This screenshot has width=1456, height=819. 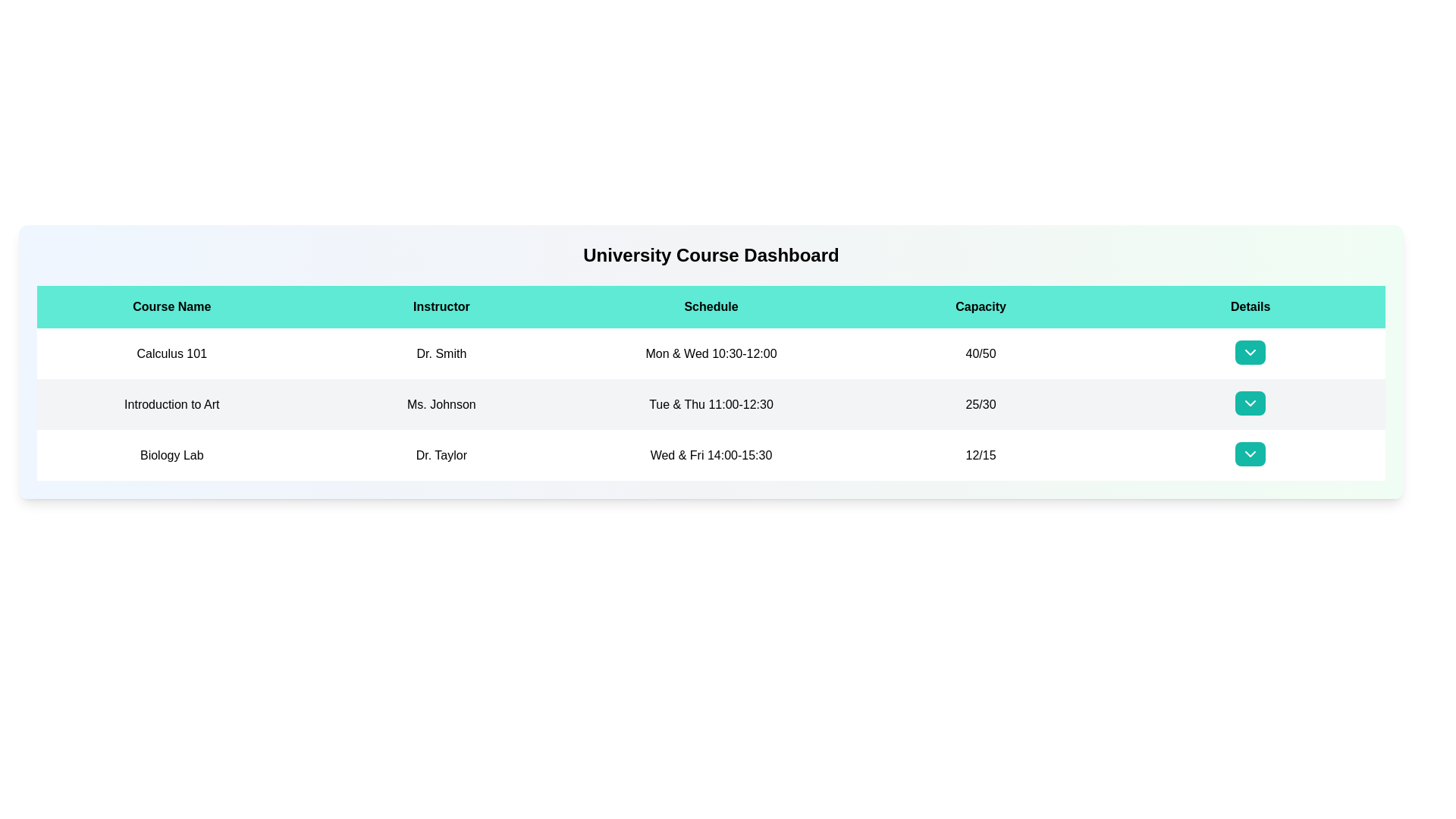 What do you see at coordinates (171, 454) in the screenshot?
I see `the text label displaying 'Biology Lab' located in the third row, first column of the table, positioned to the left of 'Dr. Taylor'` at bounding box center [171, 454].